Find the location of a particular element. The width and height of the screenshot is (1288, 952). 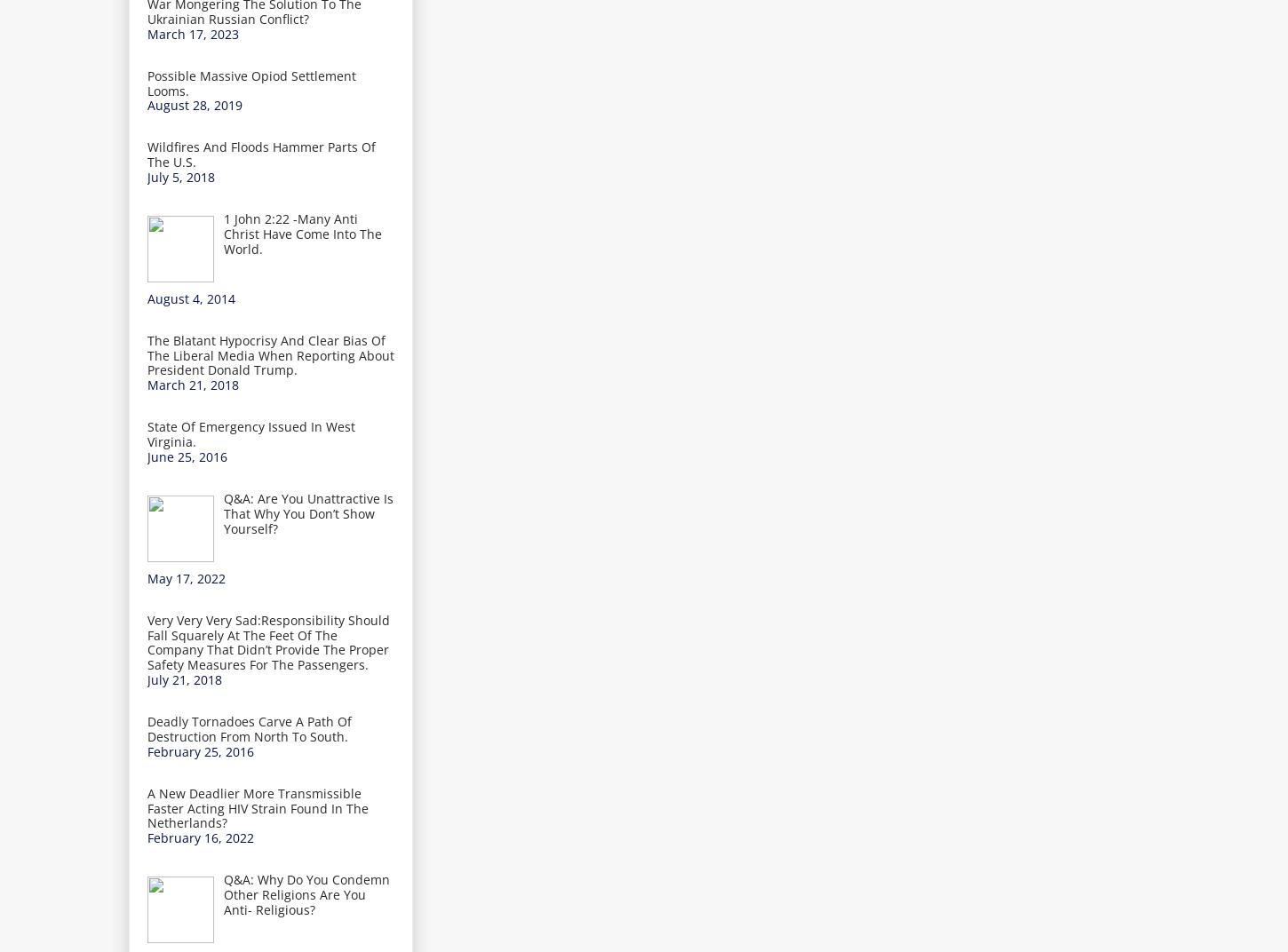

'March 17, 2023' is located at coordinates (192, 32).